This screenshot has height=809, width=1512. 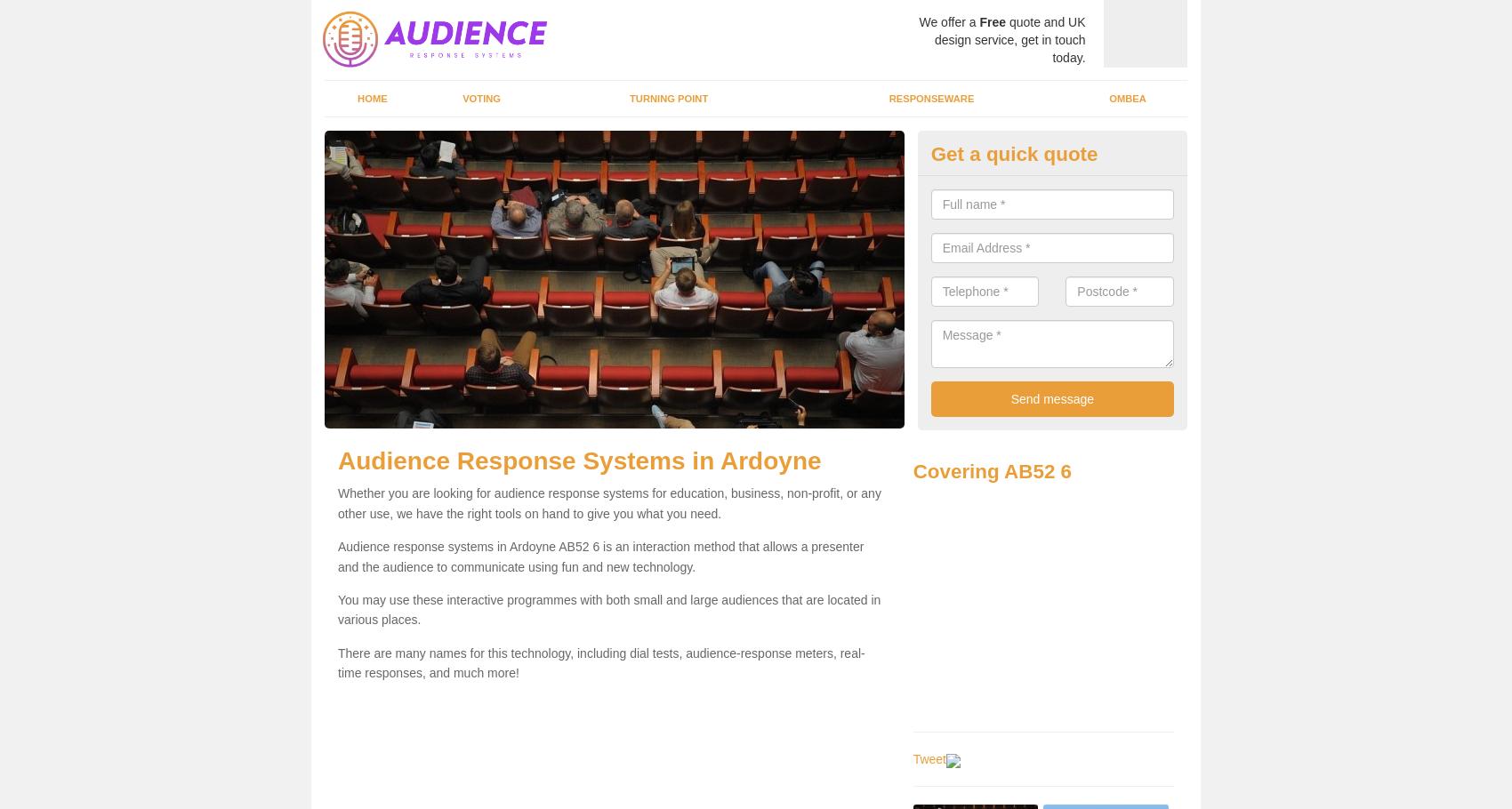 What do you see at coordinates (462, 99) in the screenshot?
I see `'Voting'` at bounding box center [462, 99].